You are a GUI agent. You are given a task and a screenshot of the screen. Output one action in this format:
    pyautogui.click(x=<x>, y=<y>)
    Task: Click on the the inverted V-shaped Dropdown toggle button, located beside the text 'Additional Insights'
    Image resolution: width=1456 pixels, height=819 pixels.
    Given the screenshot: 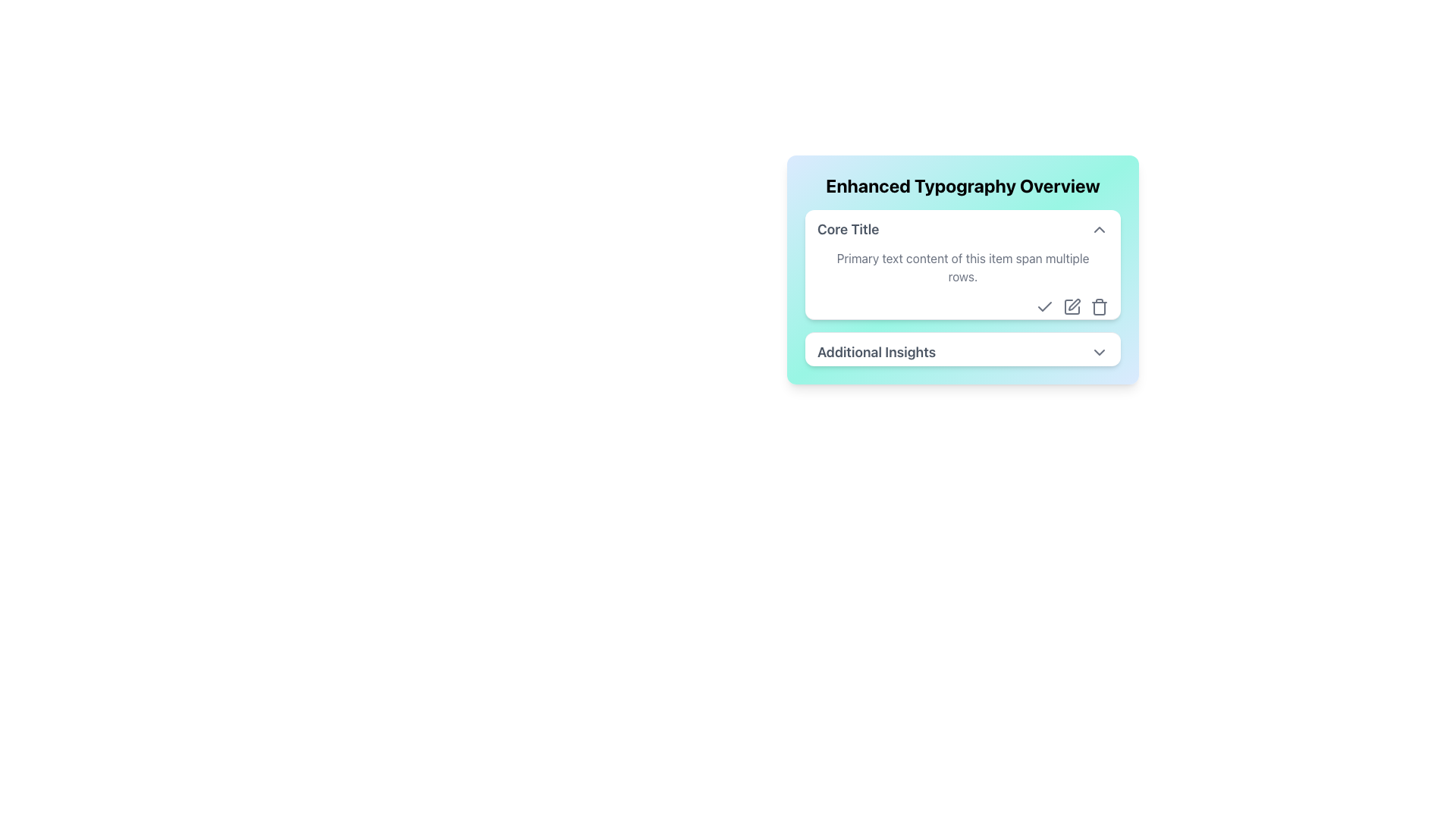 What is the action you would take?
    pyautogui.click(x=1099, y=353)
    